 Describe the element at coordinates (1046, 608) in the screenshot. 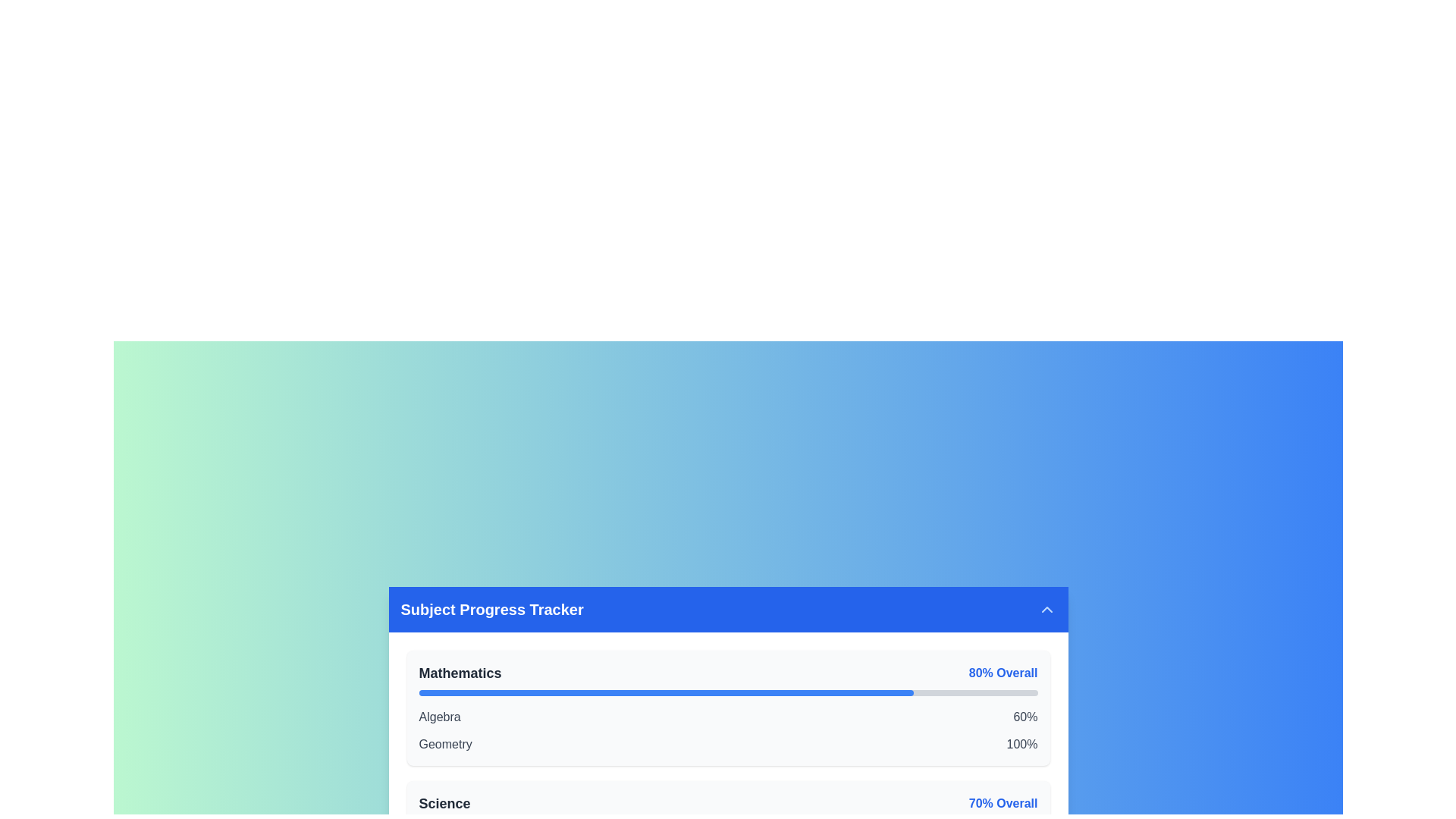

I see `the interactive button located at the far-right side of the blue header bar labeled 'Subject Progress Tracker'` at that location.